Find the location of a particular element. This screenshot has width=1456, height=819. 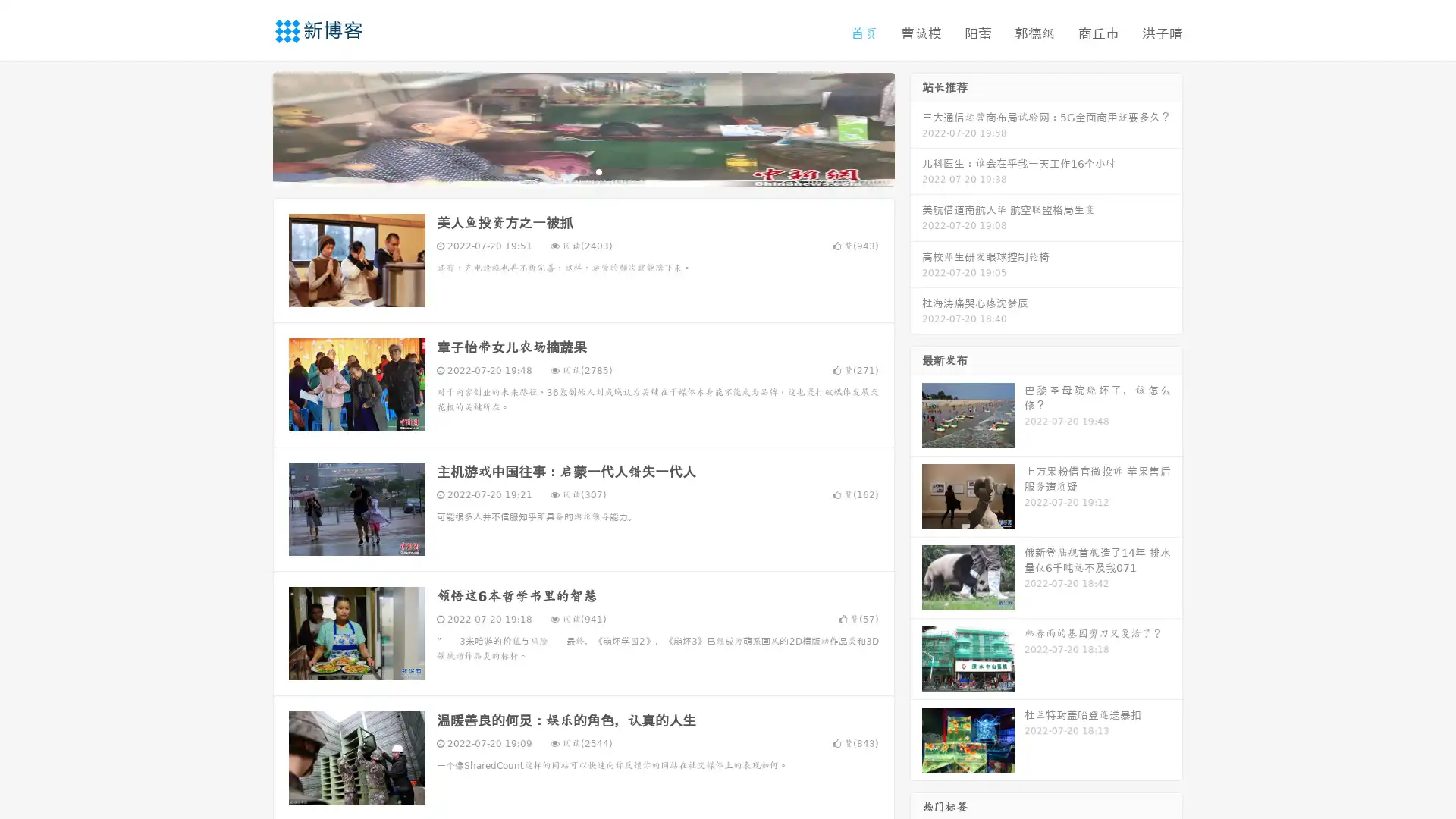

Next slide is located at coordinates (916, 127).